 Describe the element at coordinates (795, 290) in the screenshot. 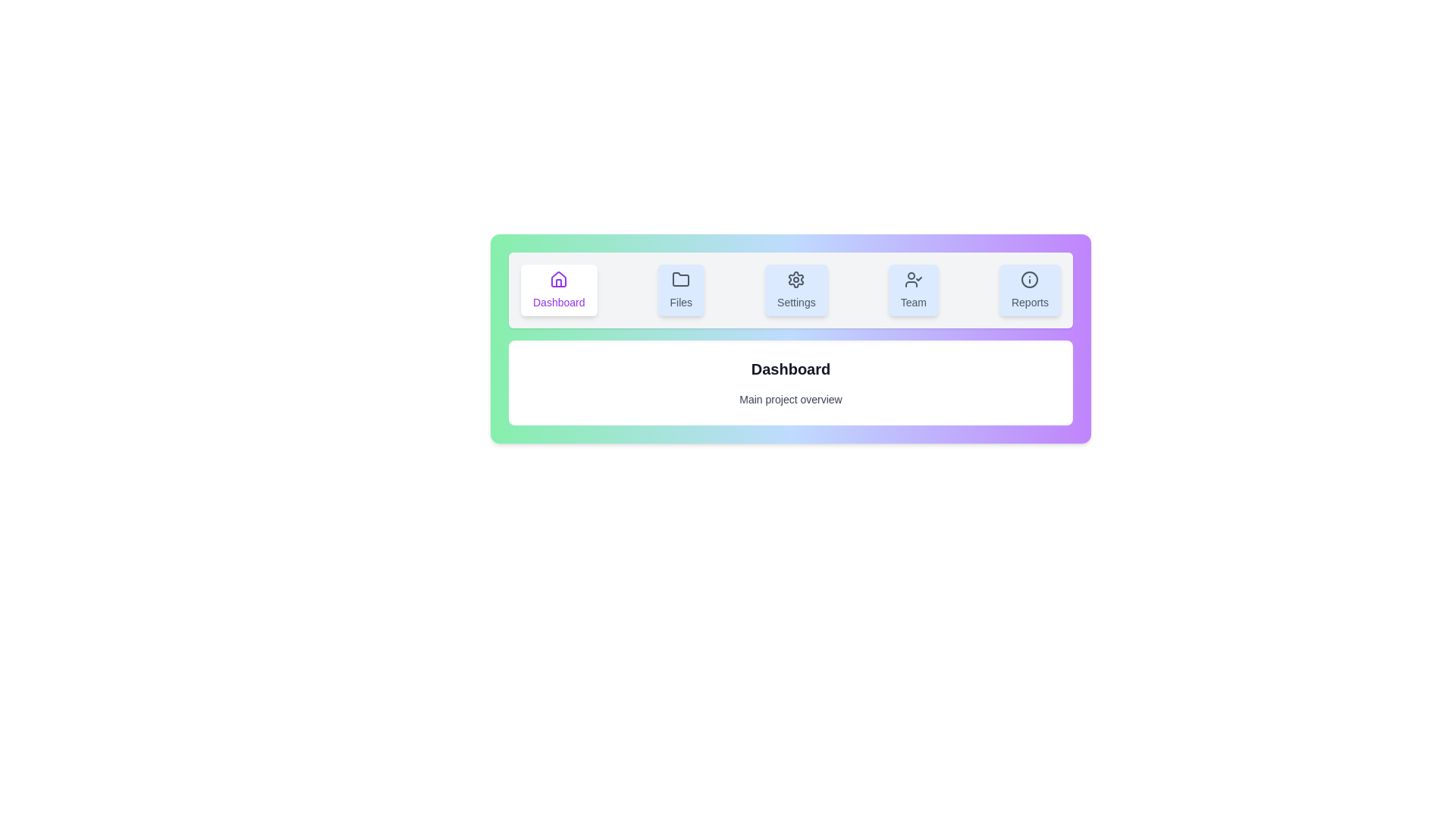

I see `the tab labeled Settings to observe the visual feedback` at that location.